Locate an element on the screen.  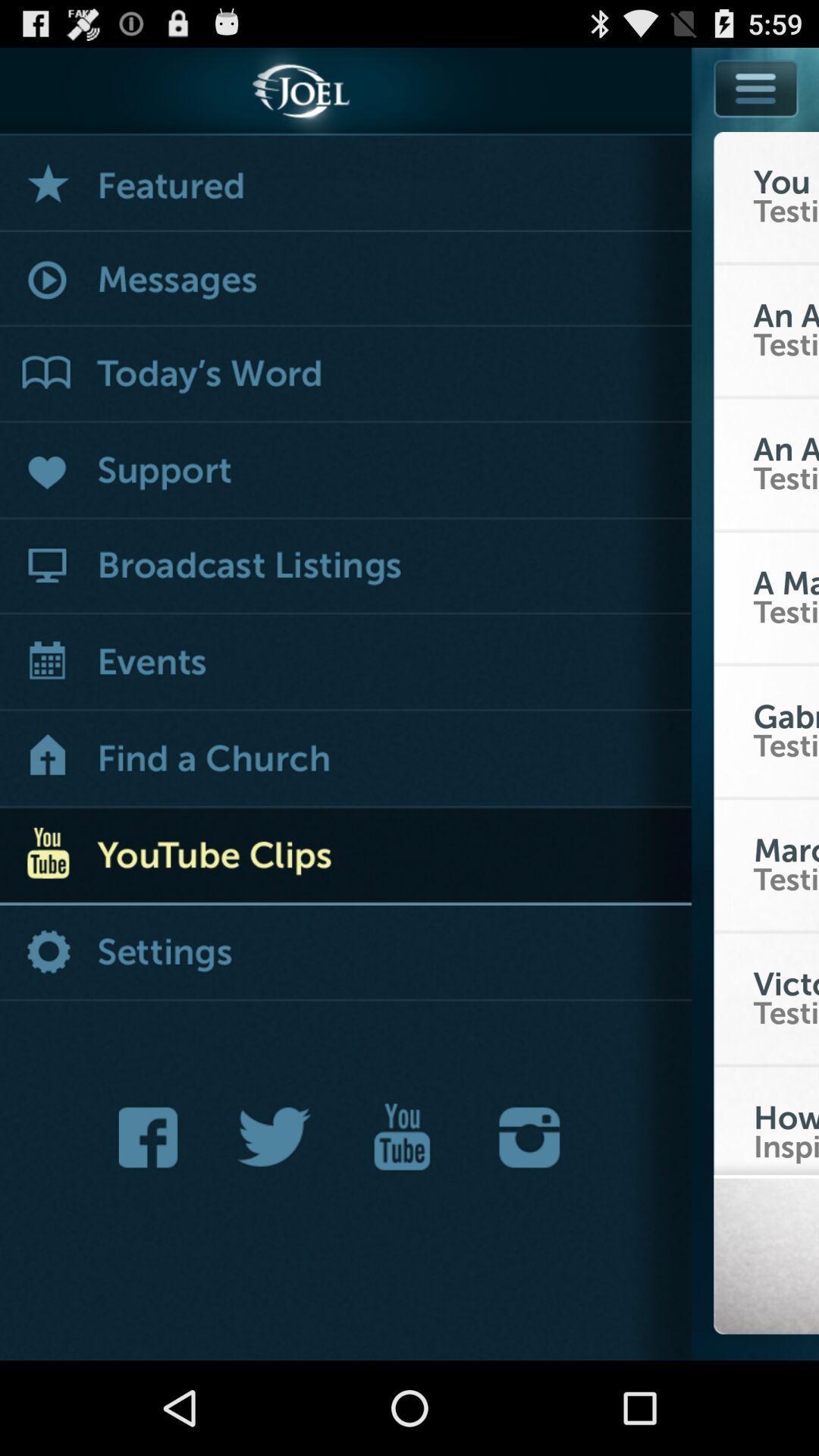
access messages is located at coordinates (345, 280).